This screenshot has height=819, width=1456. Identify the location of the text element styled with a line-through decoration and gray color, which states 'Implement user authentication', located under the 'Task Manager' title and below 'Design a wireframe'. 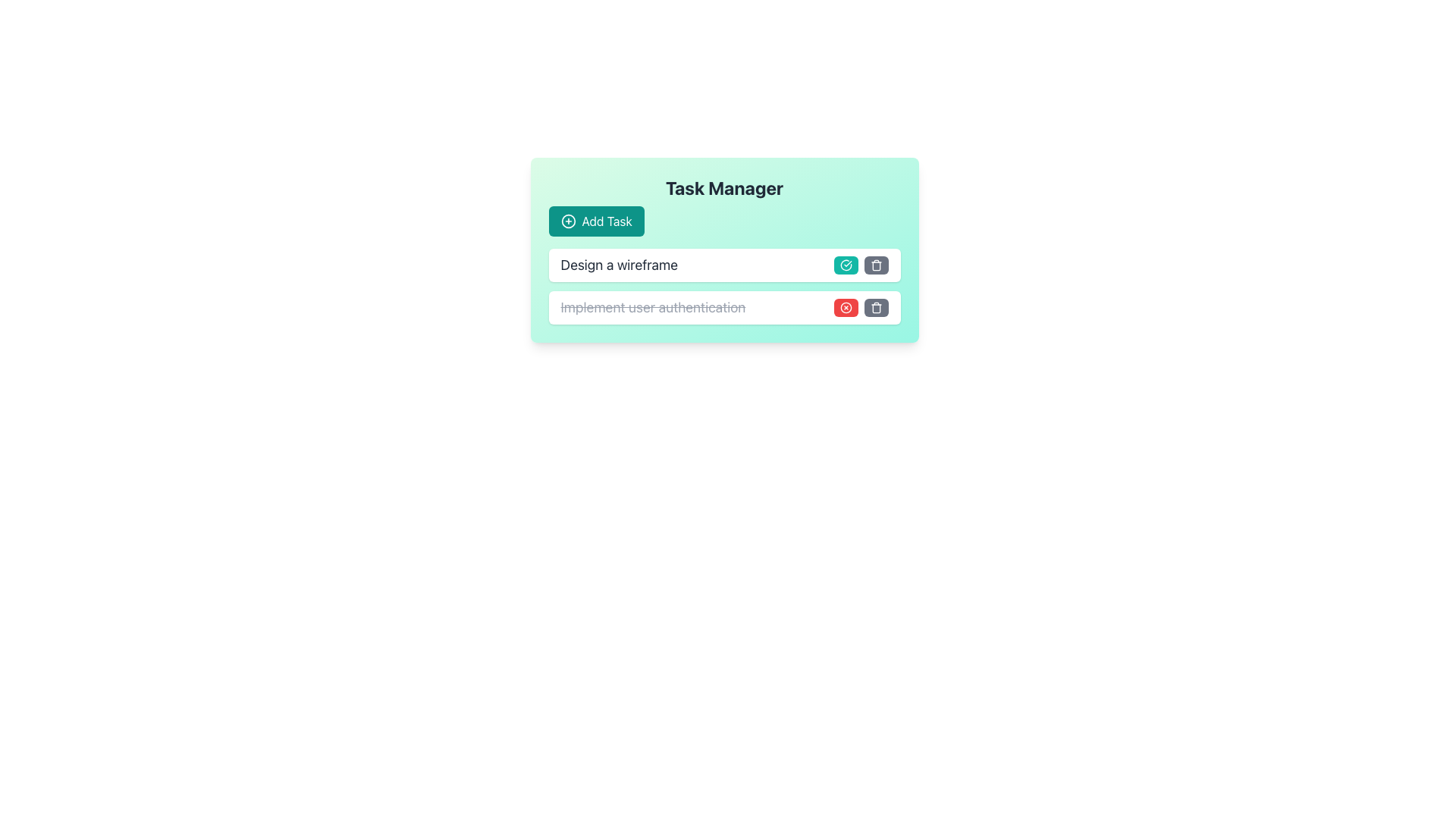
(653, 307).